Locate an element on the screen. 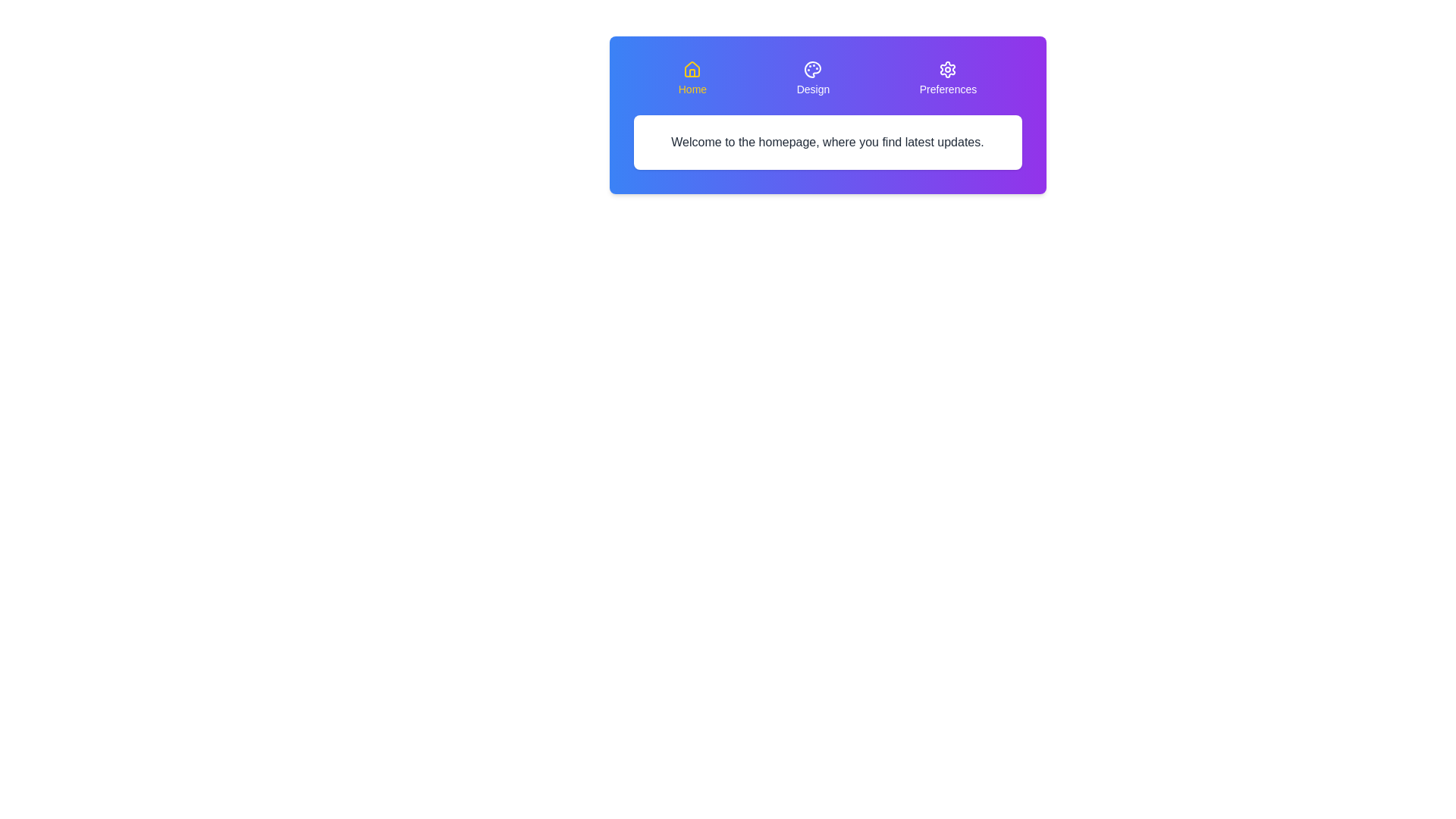 The width and height of the screenshot is (1456, 819). the Preferences tab by clicking on it is located at coordinates (946, 79).